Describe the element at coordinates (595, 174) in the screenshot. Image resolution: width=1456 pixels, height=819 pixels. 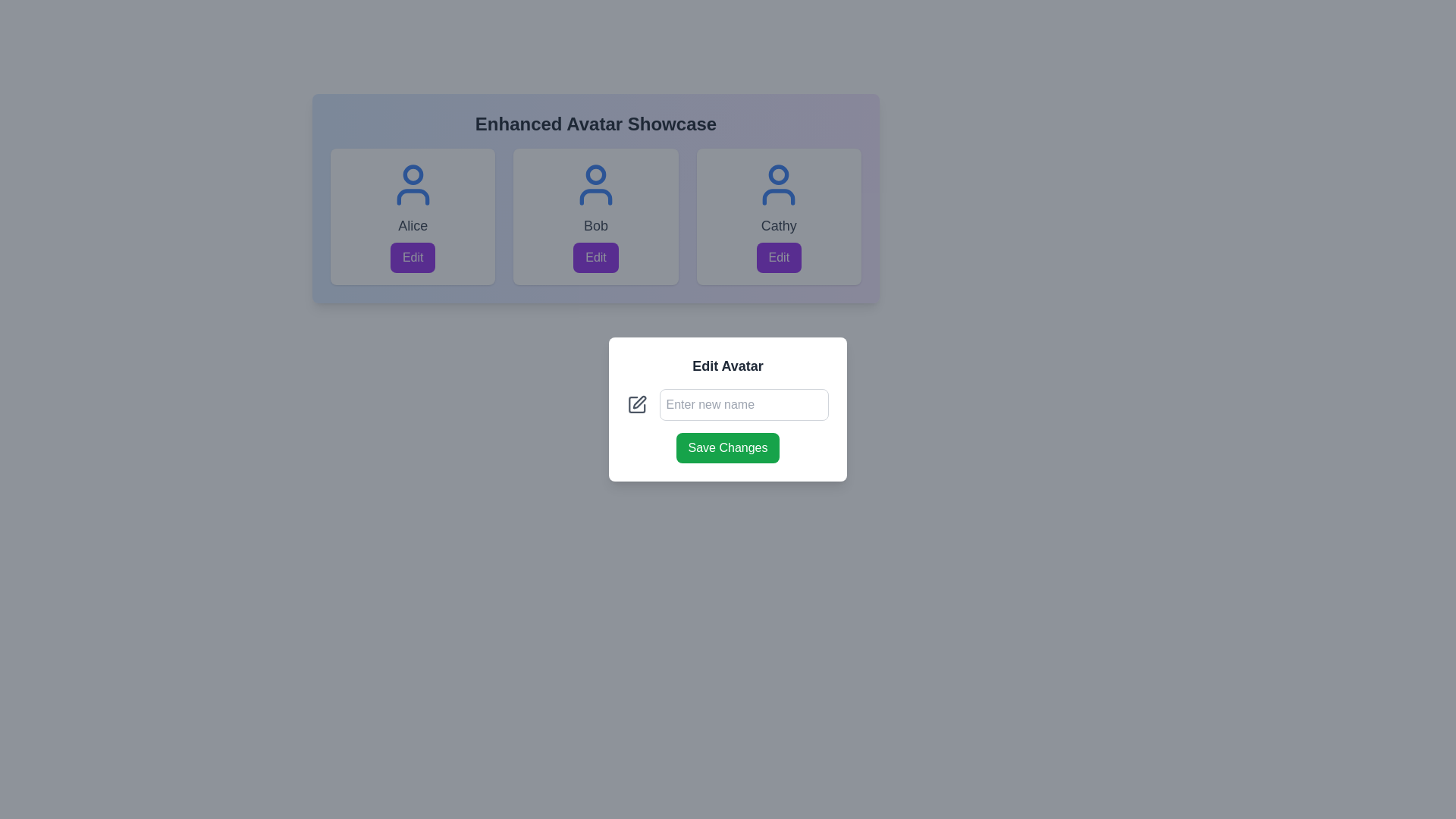
I see `the blue circle element in the SVG-based avatar illustration for 'Bob', located in the second card of the 'Enhanced Avatar Showcase' section` at that location.